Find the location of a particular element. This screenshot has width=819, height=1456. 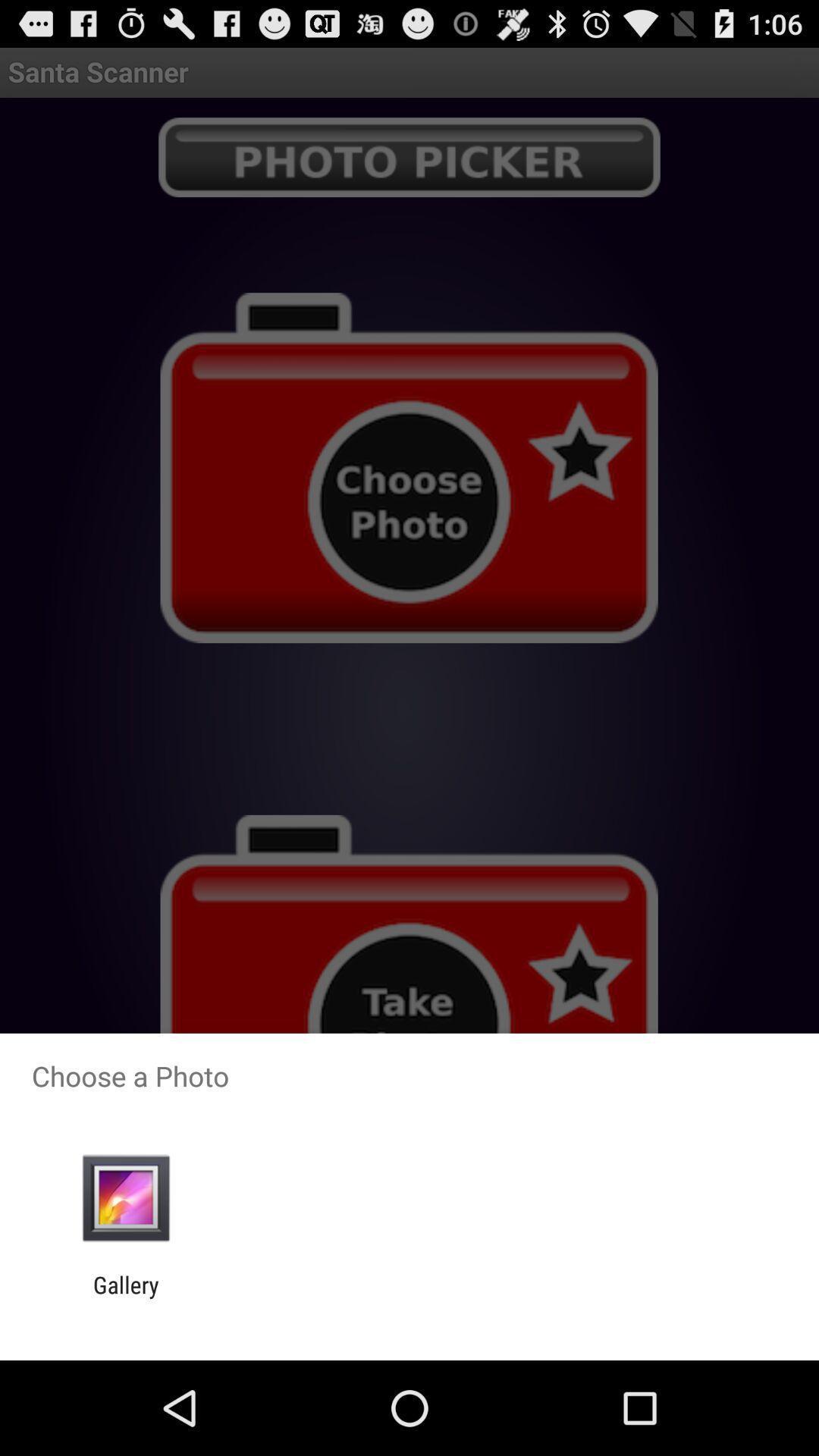

item below the choose a photo item is located at coordinates (125, 1197).